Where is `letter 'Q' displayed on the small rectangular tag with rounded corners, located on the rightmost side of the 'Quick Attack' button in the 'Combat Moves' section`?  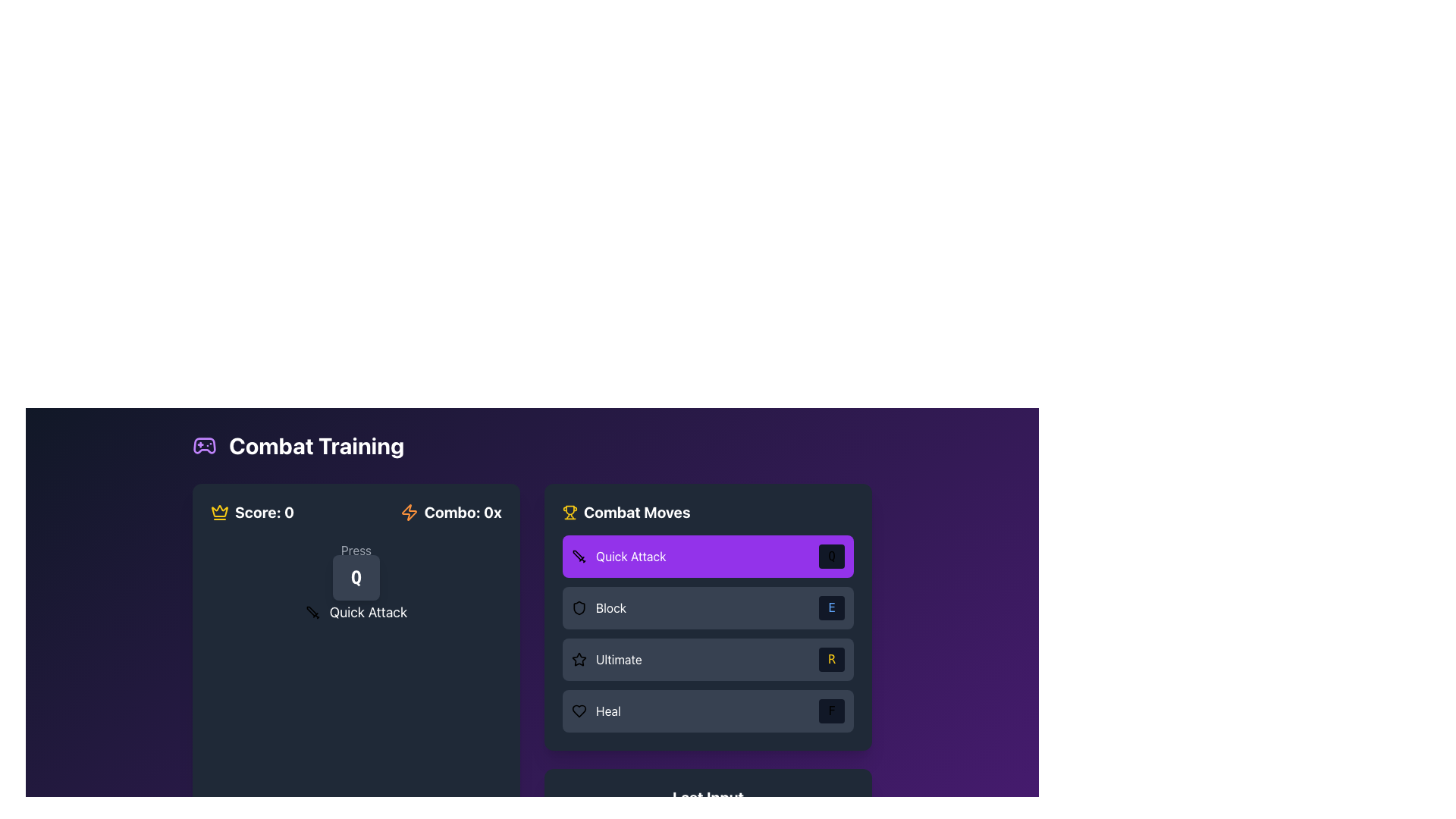
letter 'Q' displayed on the small rectangular tag with rounded corners, located on the rightmost side of the 'Quick Attack' button in the 'Combat Moves' section is located at coordinates (831, 556).